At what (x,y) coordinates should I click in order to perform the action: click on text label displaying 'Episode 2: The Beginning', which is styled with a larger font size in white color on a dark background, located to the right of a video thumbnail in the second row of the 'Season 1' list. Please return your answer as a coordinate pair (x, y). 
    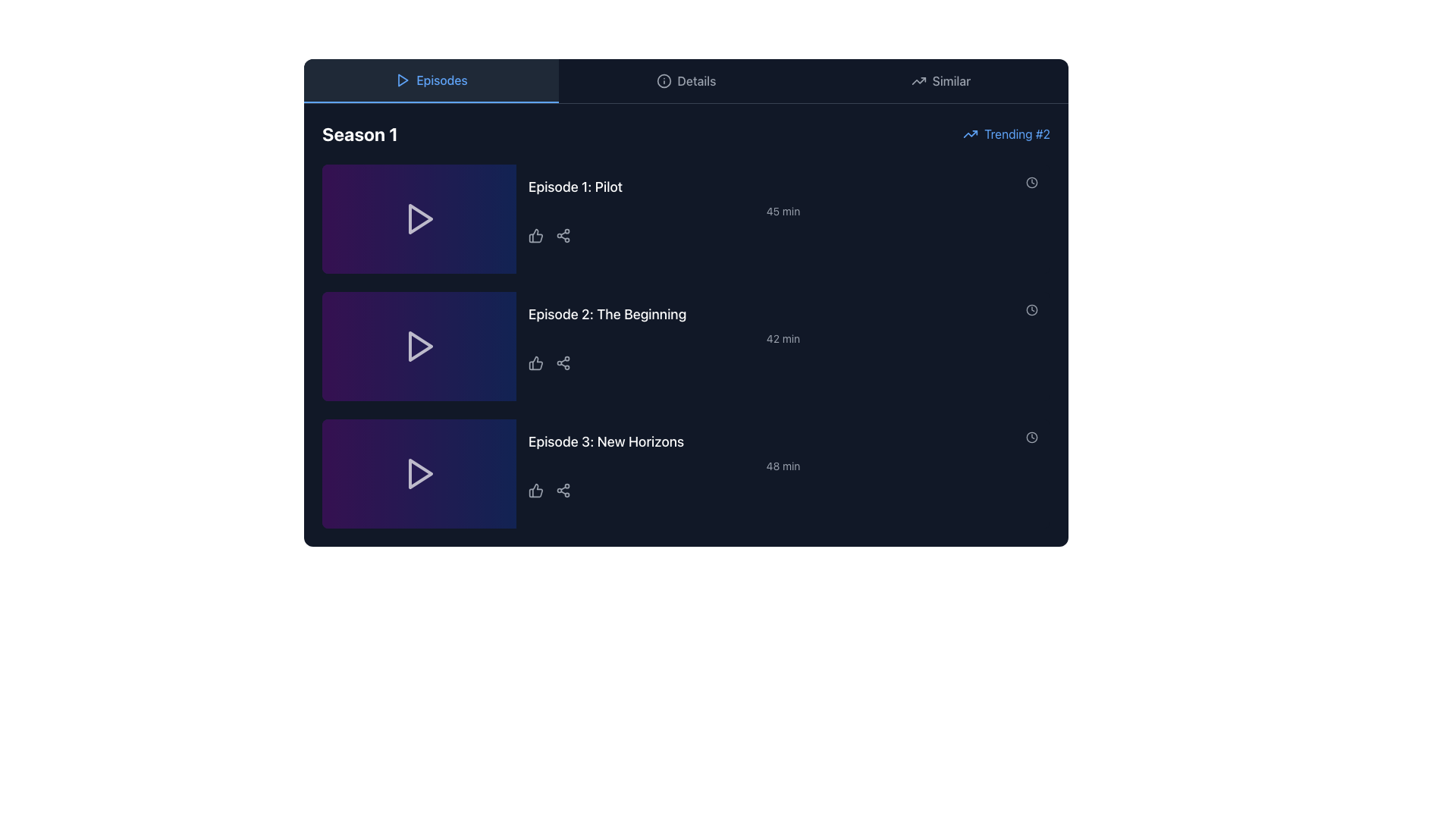
    Looking at the image, I should click on (607, 314).